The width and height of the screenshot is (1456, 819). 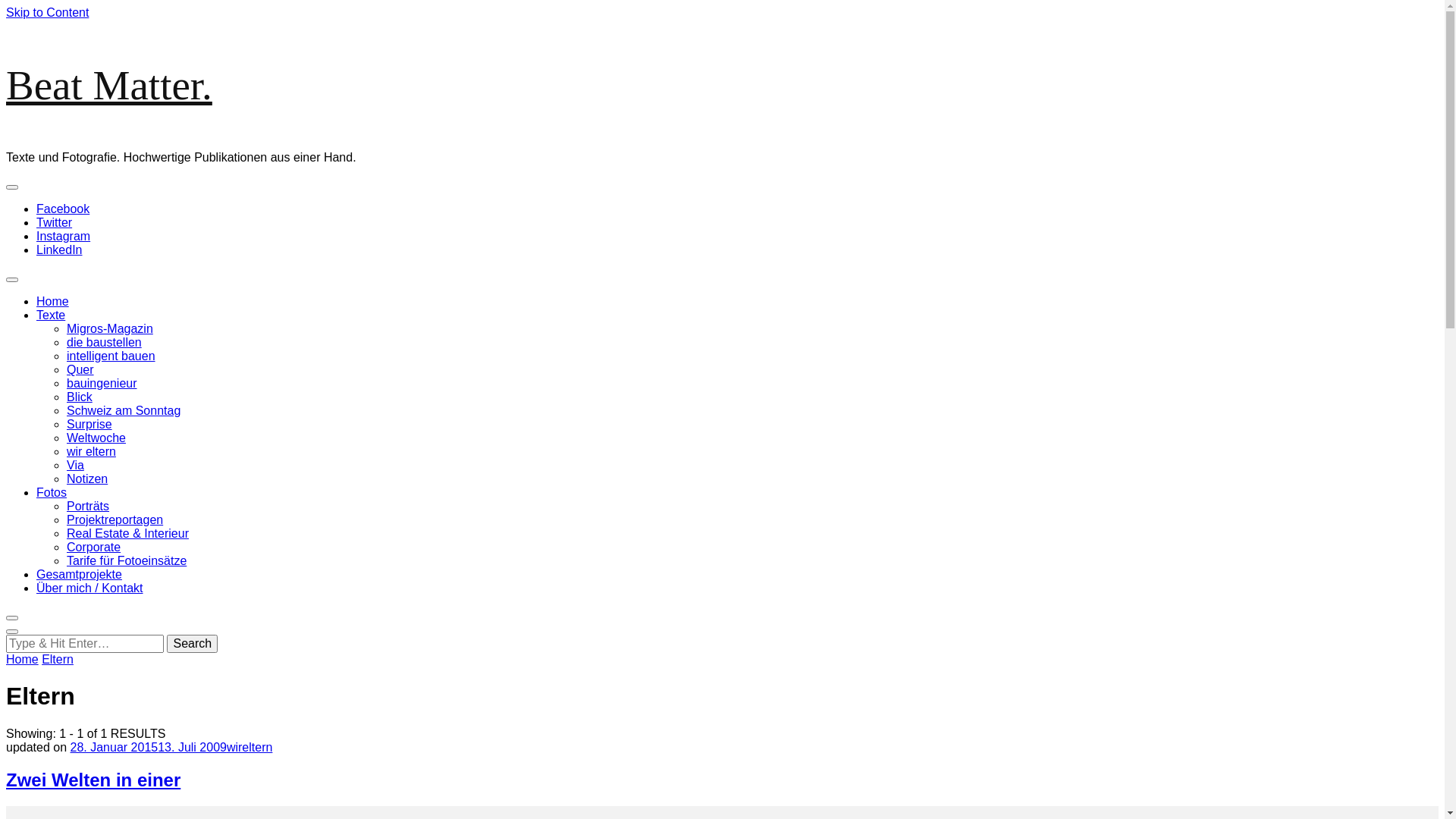 What do you see at coordinates (86, 479) in the screenshot?
I see `'Notizen'` at bounding box center [86, 479].